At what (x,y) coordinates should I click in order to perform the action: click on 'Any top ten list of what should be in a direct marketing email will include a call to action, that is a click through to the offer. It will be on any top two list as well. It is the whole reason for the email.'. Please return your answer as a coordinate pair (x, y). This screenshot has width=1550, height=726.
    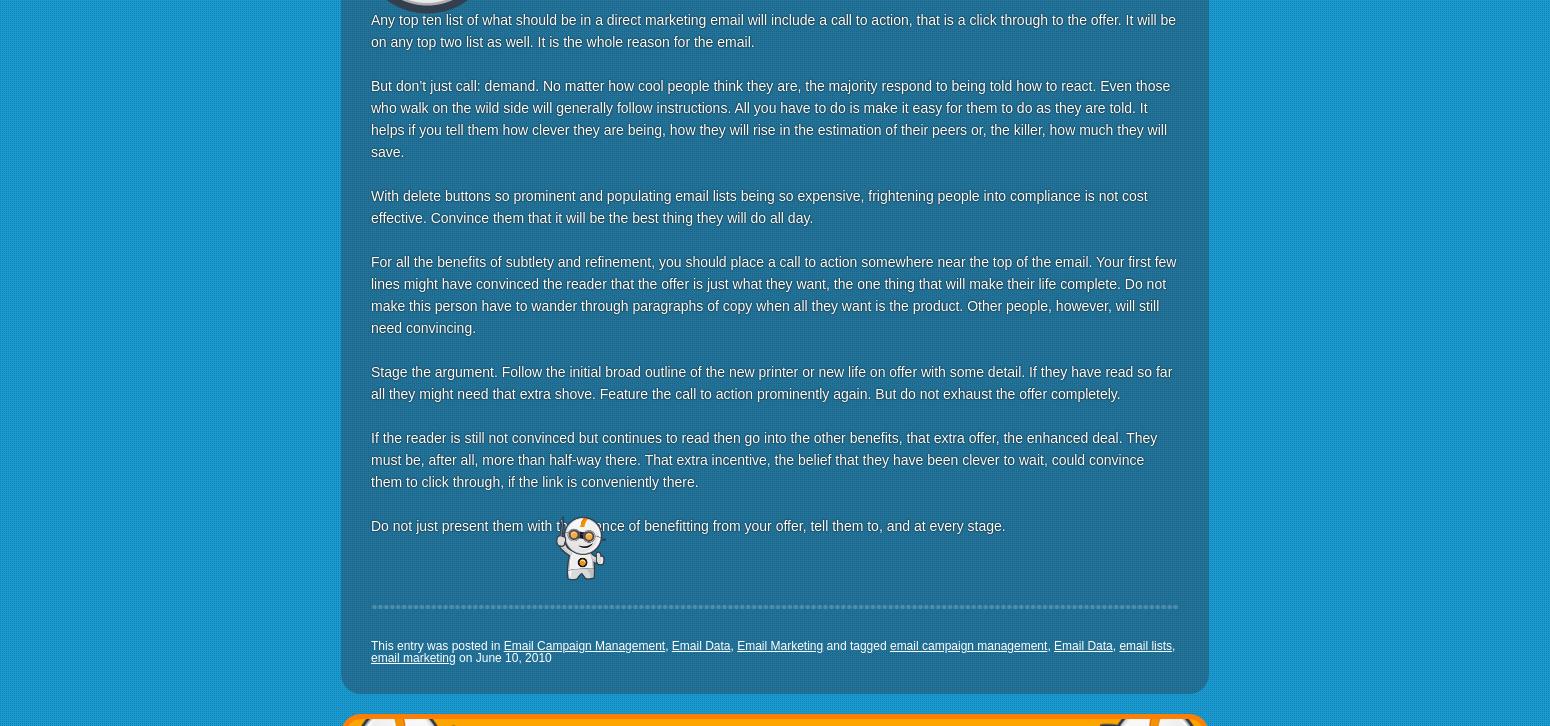
    Looking at the image, I should click on (773, 31).